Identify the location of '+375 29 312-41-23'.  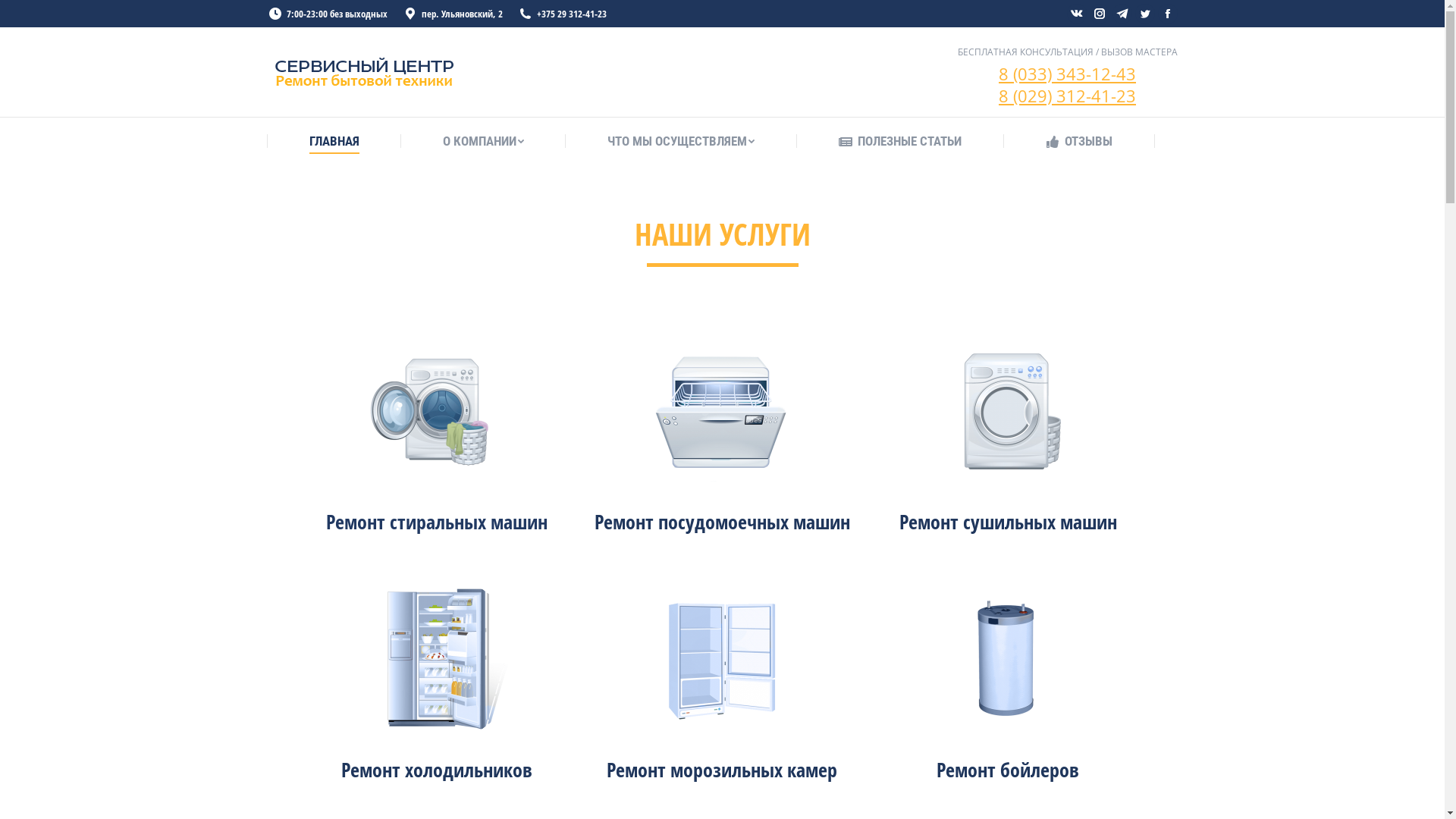
(560, 13).